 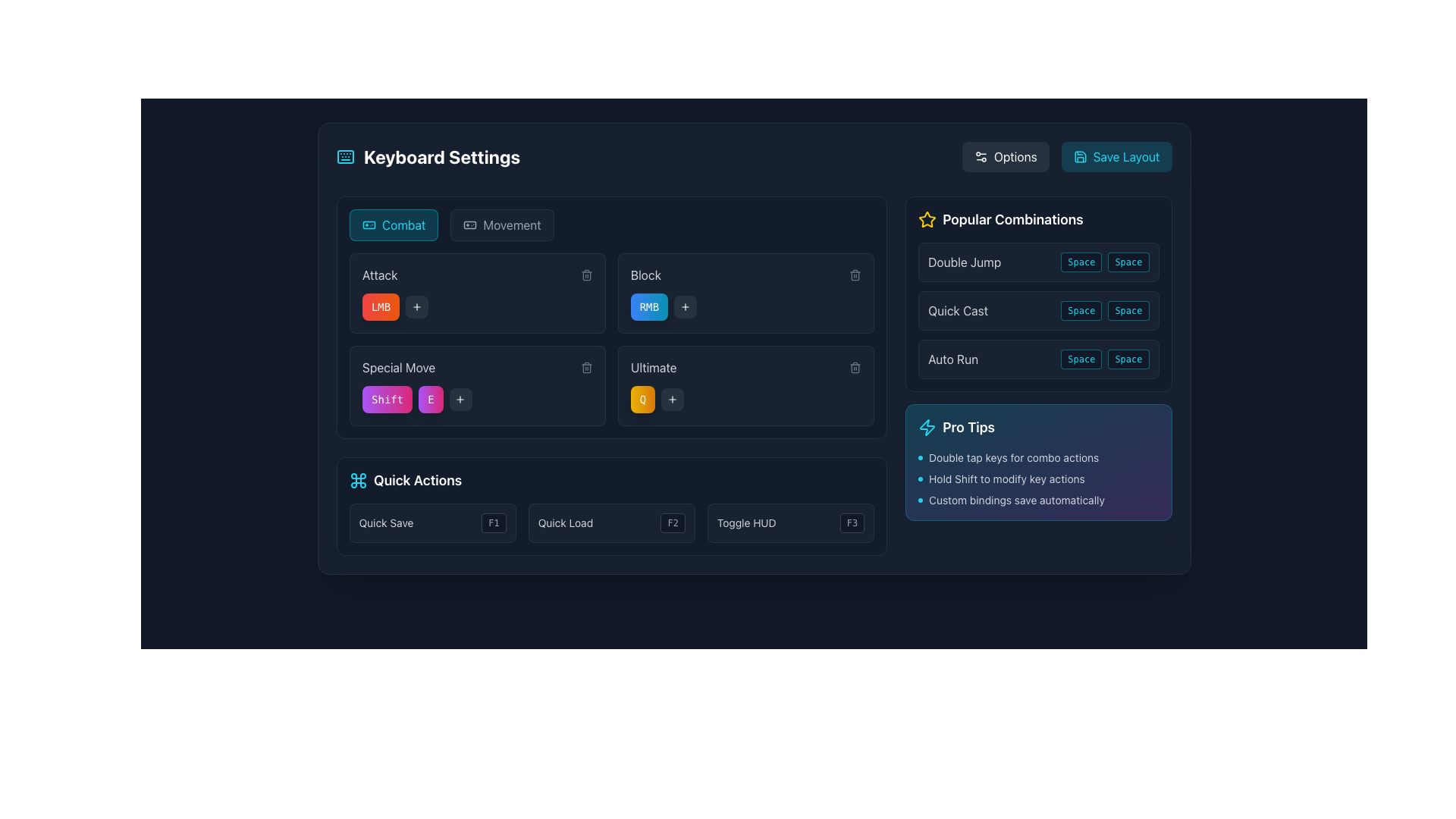 I want to click on the '+' icon located to the right of the 'LMB' button in the 'Attack' section of the 'Keyboard Settings' interface, so click(x=460, y=399).